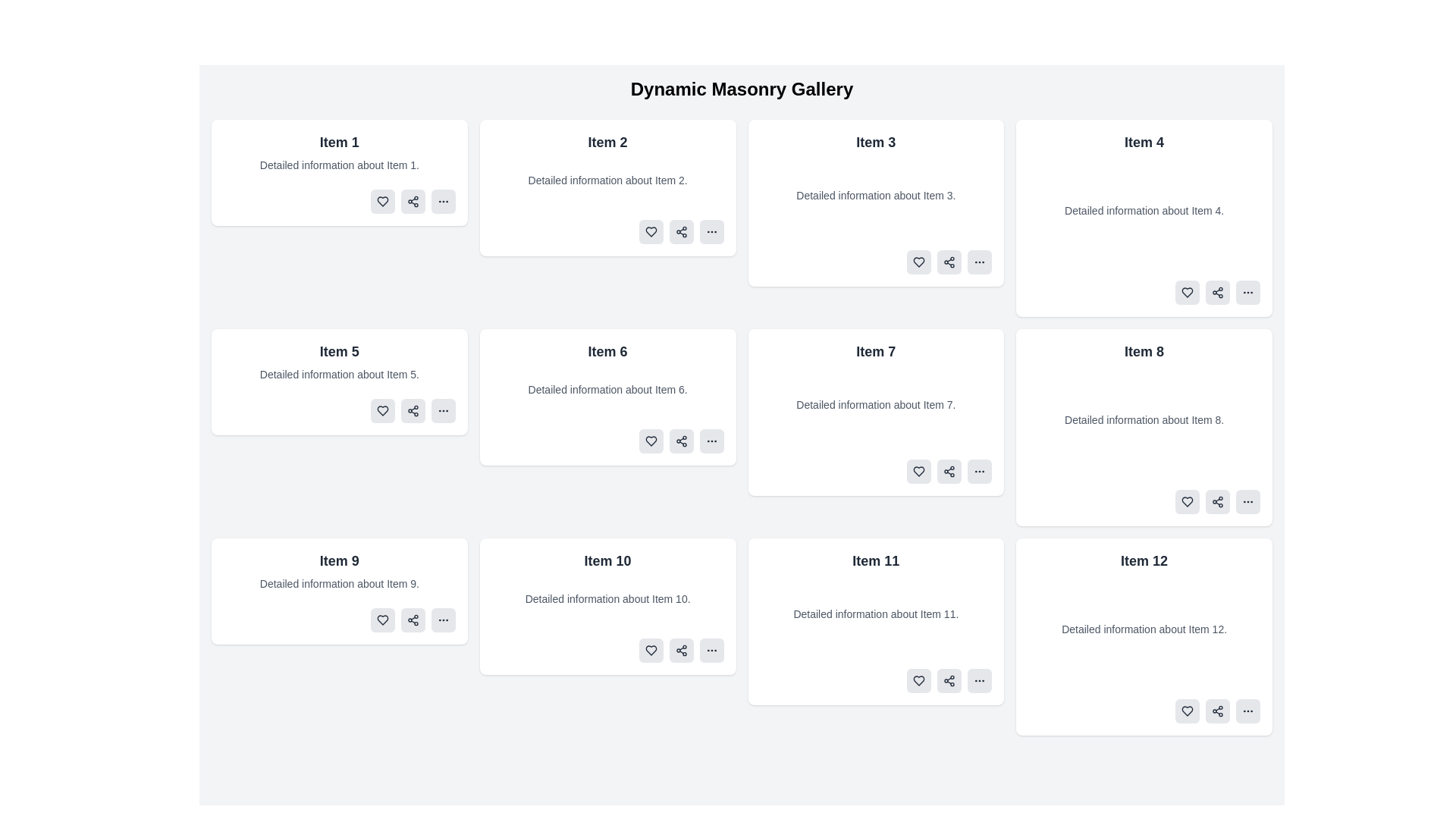 This screenshot has width=1456, height=819. I want to click on the informational text label that describes 'Item 2', which is positioned centrally below the title and above interactive elements, so click(607, 180).